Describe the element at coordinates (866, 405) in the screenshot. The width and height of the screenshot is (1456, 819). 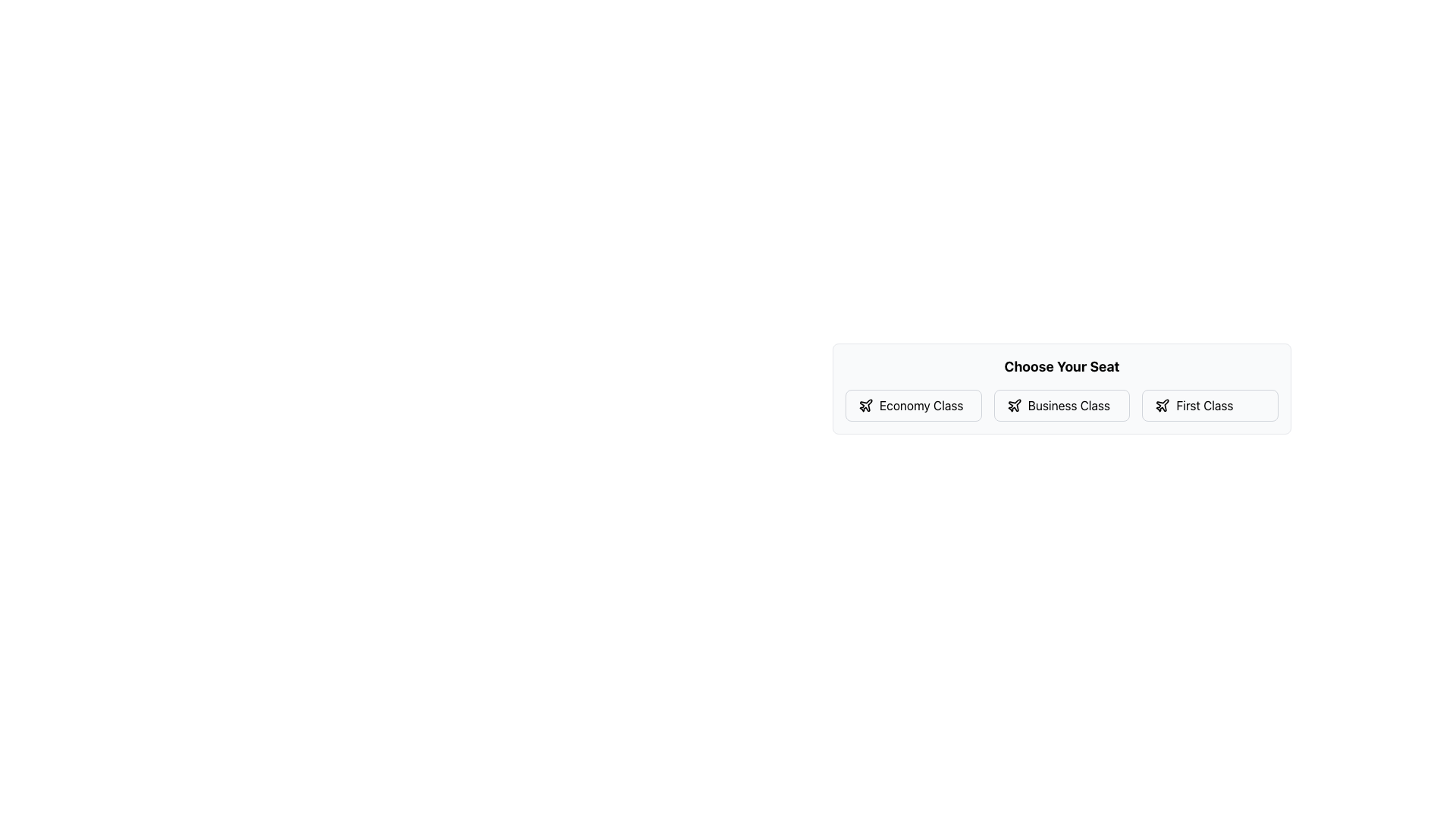
I see `the Economy Class icon, which visually represents the flight theme and is located to the left of the 'Economy Class' text label within the leftmost button of a horizontal group layout` at that location.